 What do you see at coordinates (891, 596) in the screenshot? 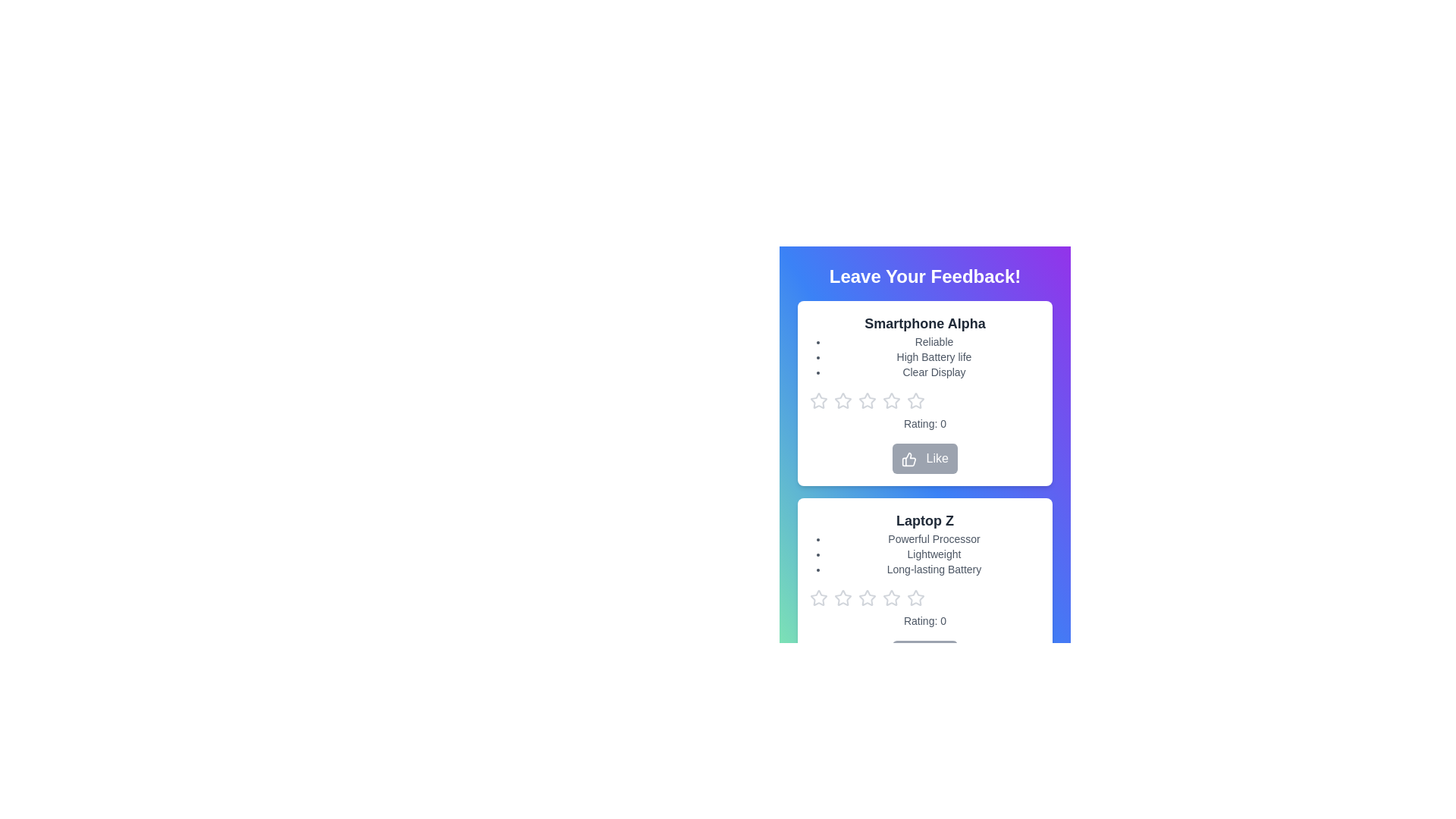
I see `the fourth rating star icon` at bounding box center [891, 596].